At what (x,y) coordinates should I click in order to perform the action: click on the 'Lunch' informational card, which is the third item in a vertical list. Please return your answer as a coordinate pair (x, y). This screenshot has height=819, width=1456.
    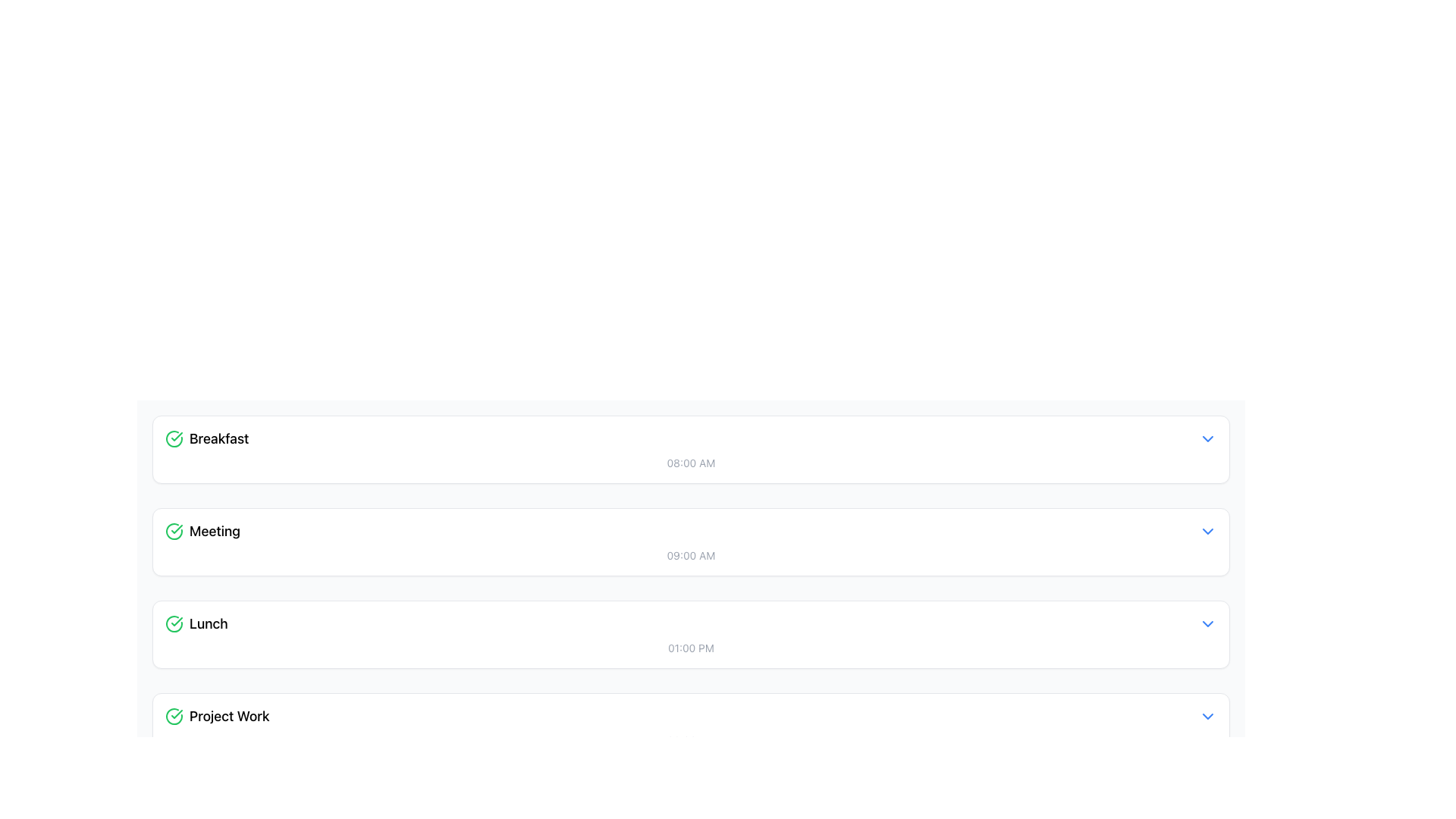
    Looking at the image, I should click on (690, 635).